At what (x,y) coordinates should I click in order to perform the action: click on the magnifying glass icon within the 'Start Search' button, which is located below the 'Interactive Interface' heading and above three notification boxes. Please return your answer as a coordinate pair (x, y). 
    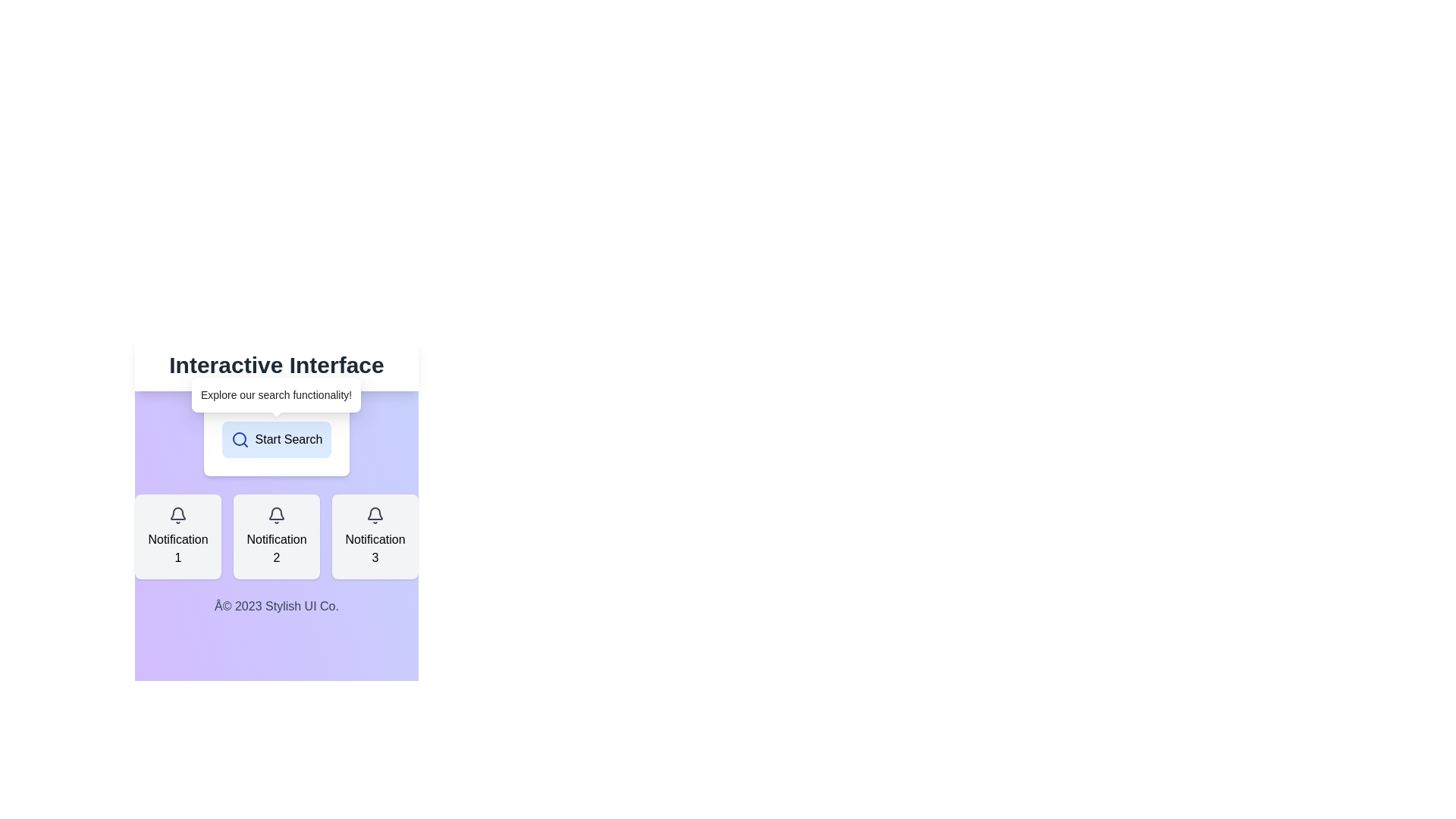
    Looking at the image, I should click on (239, 439).